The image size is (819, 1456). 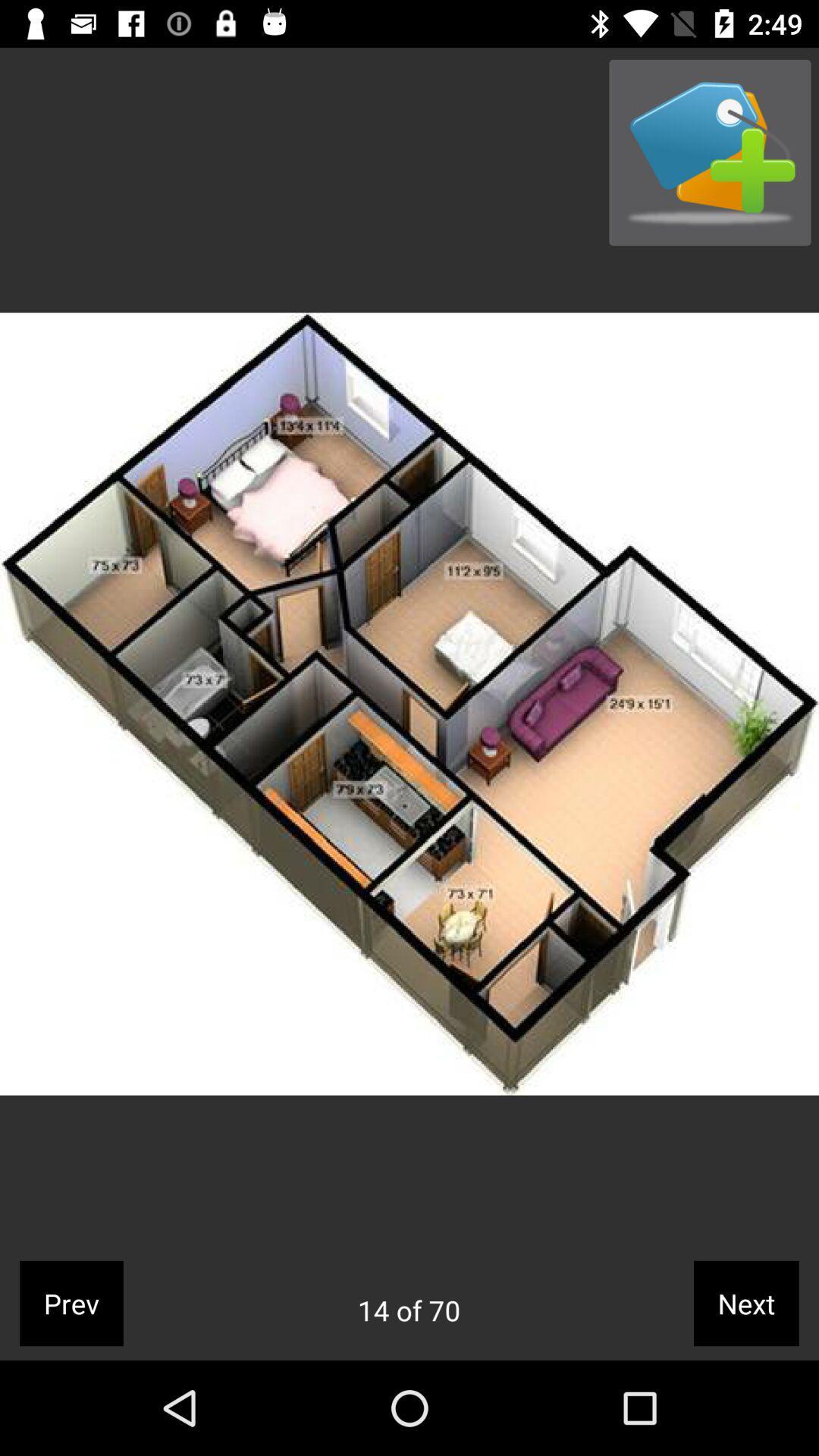 What do you see at coordinates (71, 1302) in the screenshot?
I see `the icon next to the 14 of 70 icon` at bounding box center [71, 1302].